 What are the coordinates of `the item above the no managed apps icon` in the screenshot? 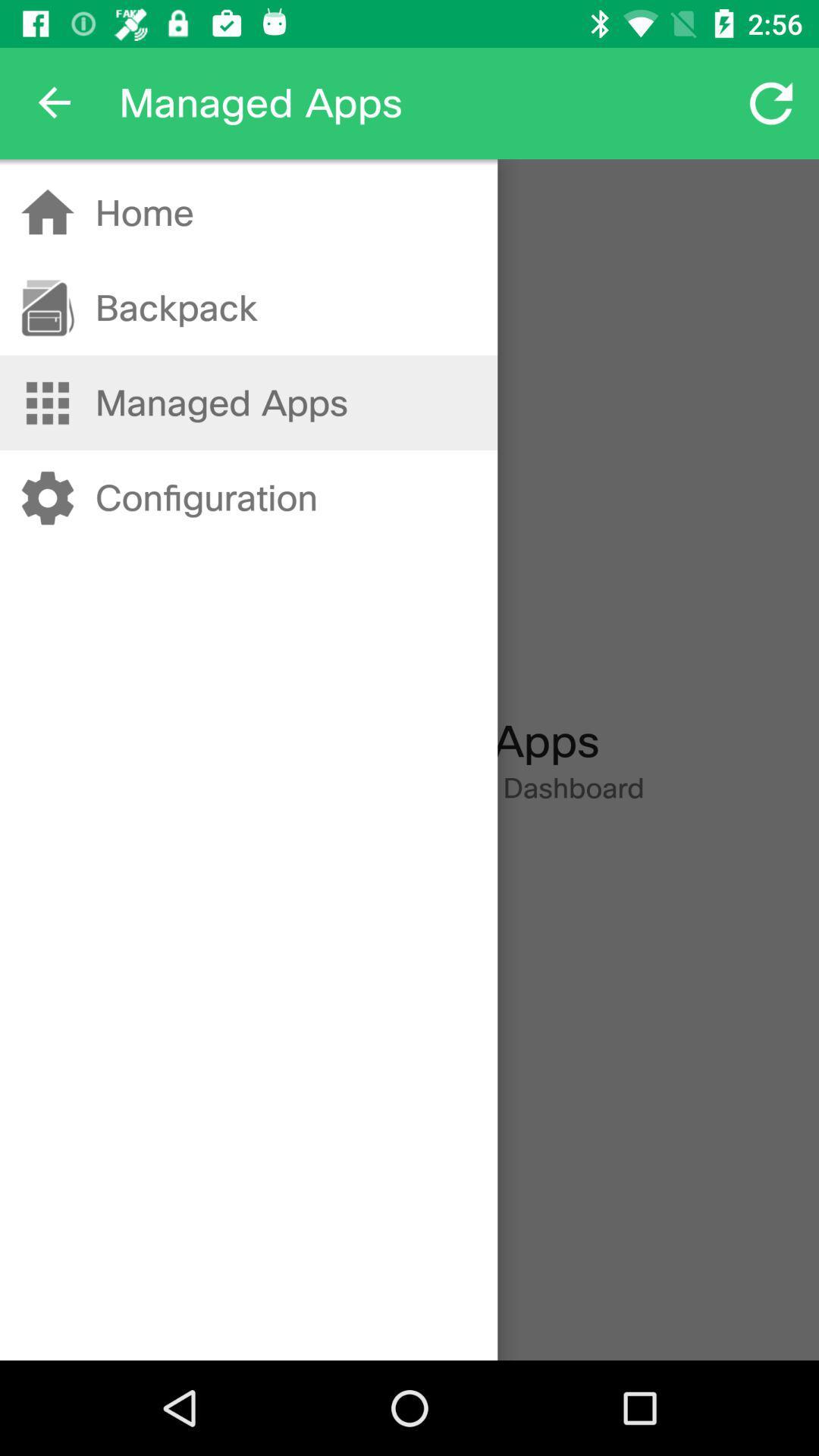 It's located at (206, 498).